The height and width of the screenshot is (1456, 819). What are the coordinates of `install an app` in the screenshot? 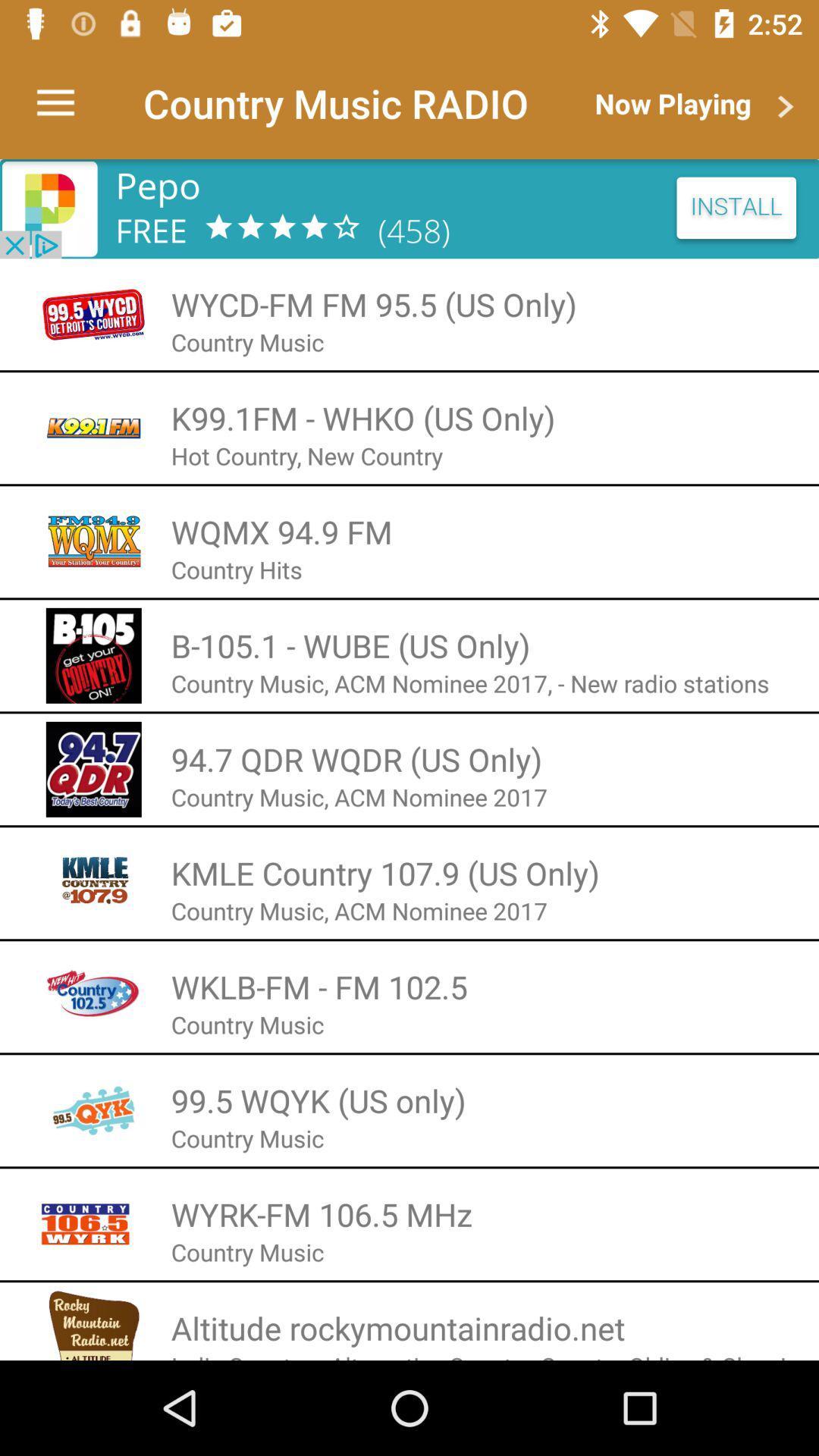 It's located at (409, 208).